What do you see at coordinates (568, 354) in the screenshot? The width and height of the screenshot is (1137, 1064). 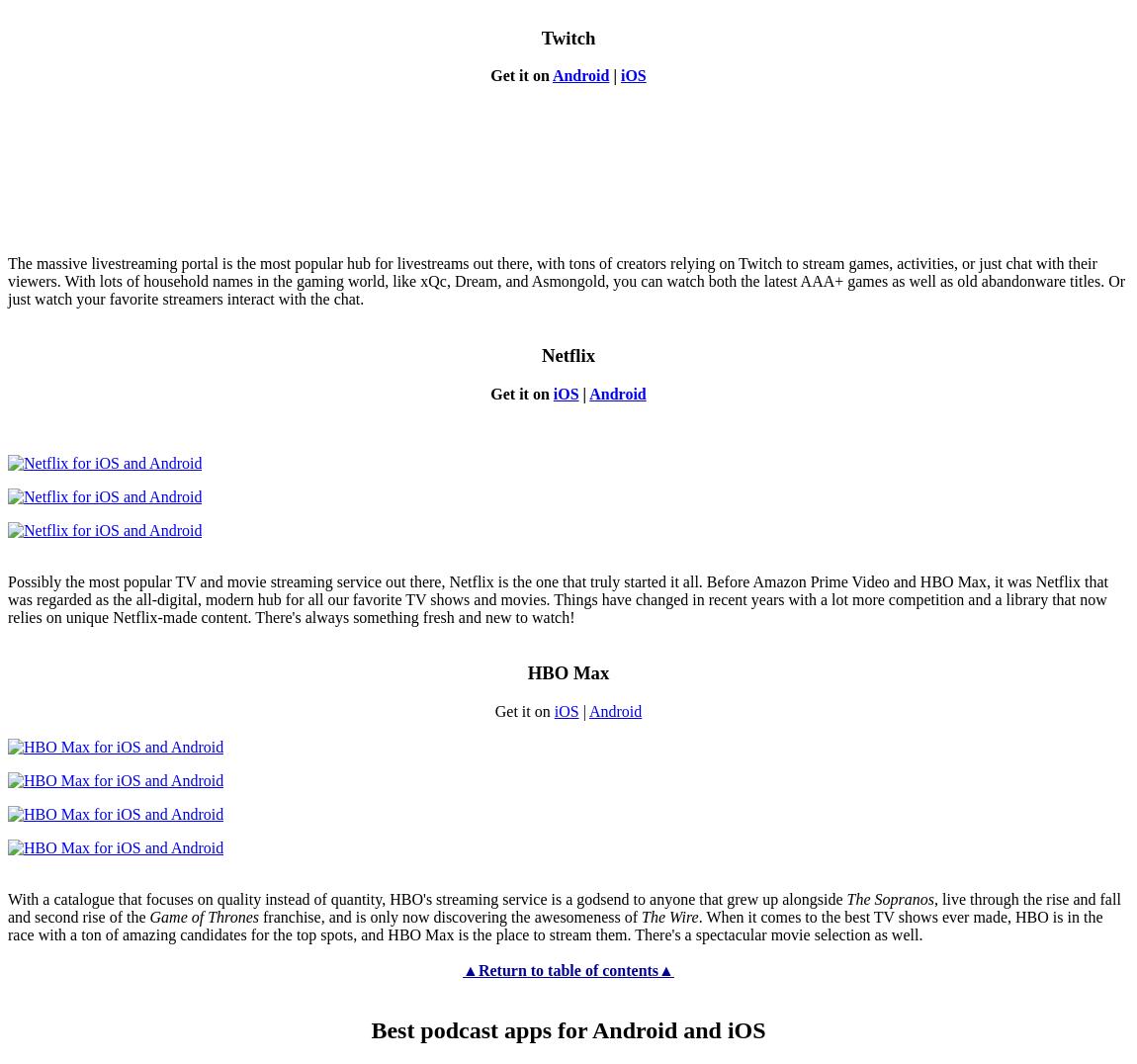 I see `'Netflix'` at bounding box center [568, 354].